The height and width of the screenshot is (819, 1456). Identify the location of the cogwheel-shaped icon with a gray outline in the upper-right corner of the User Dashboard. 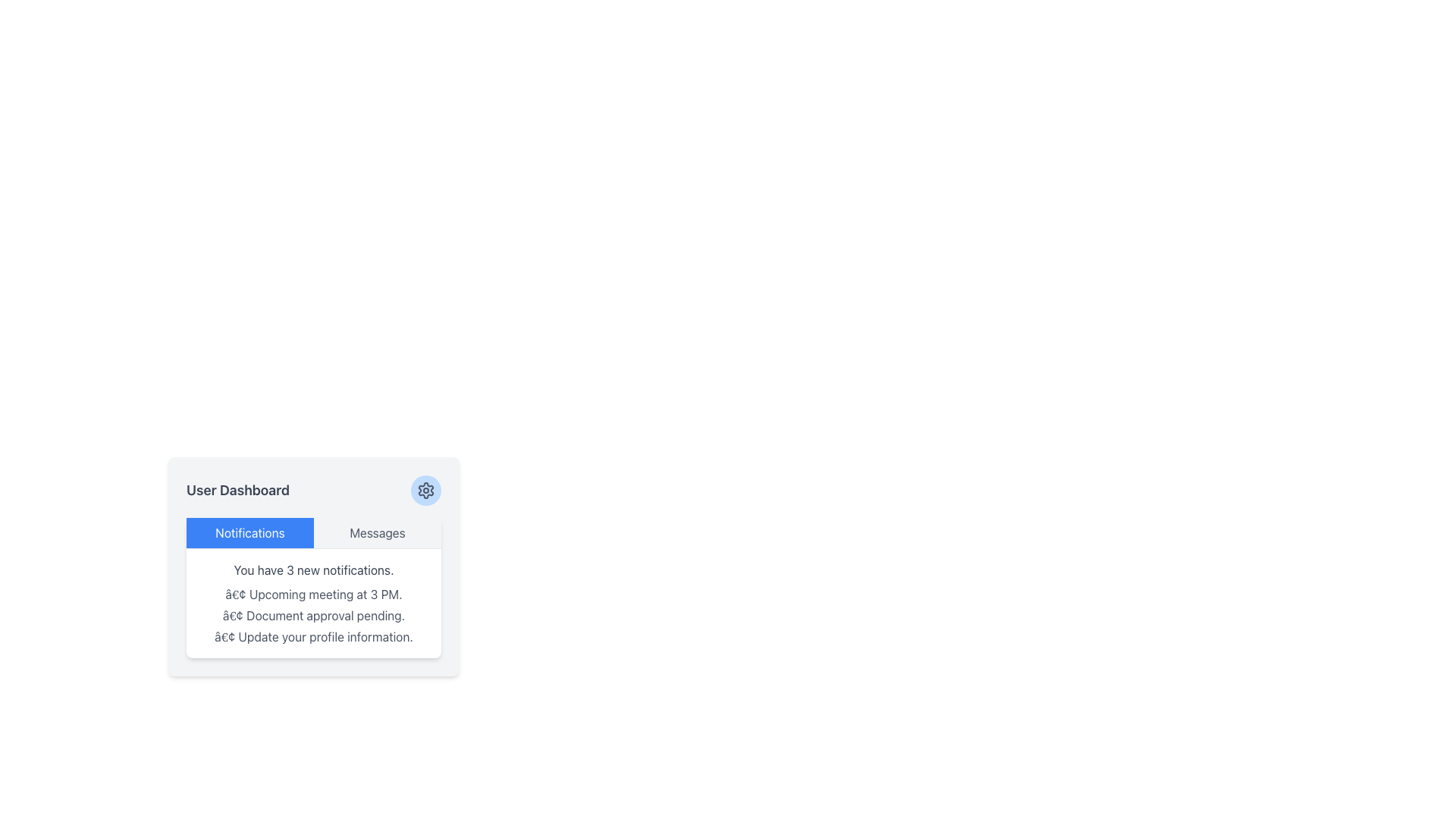
(425, 491).